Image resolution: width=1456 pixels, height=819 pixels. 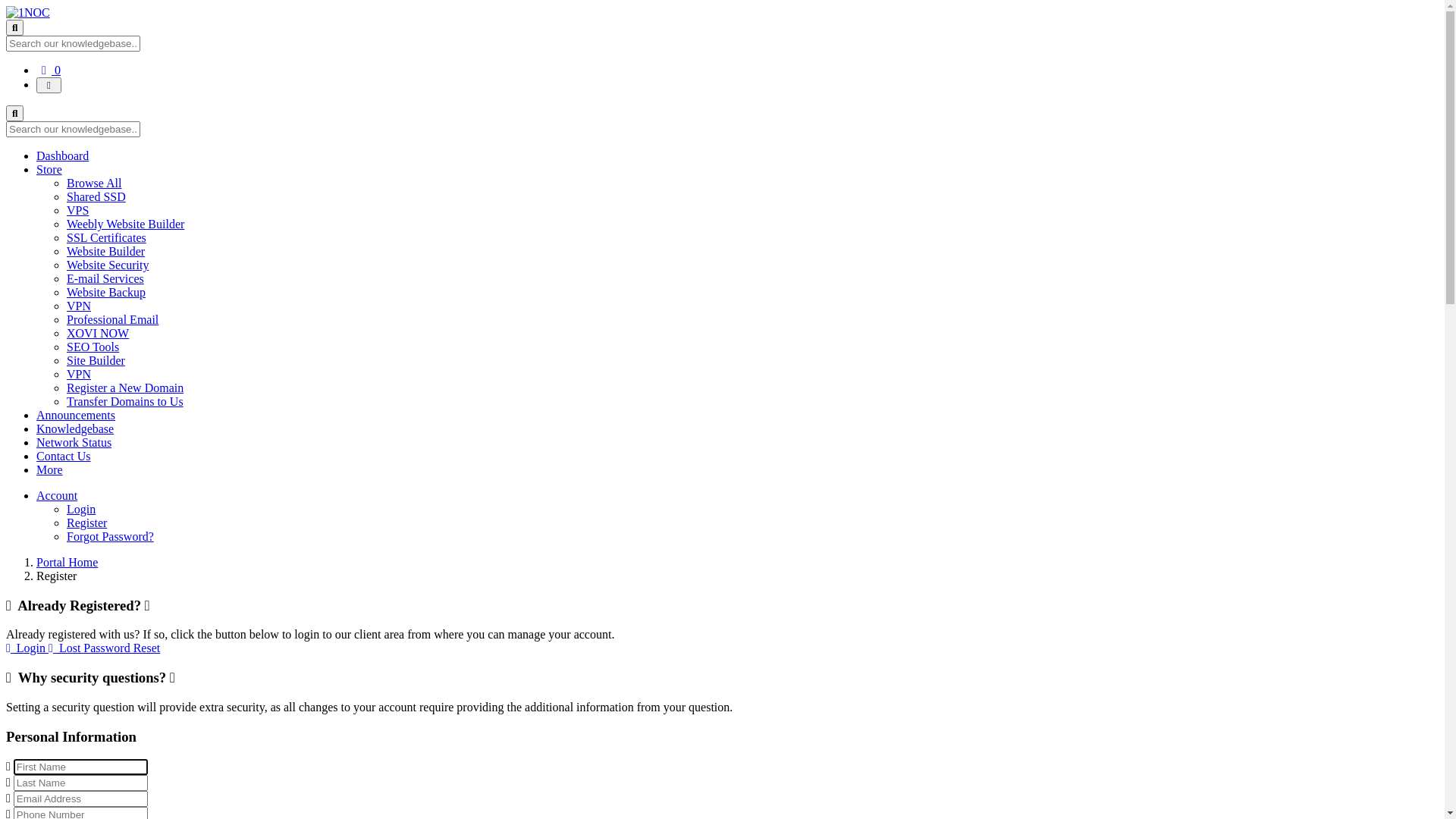 I want to click on 'Portal Home', so click(x=36, y=562).